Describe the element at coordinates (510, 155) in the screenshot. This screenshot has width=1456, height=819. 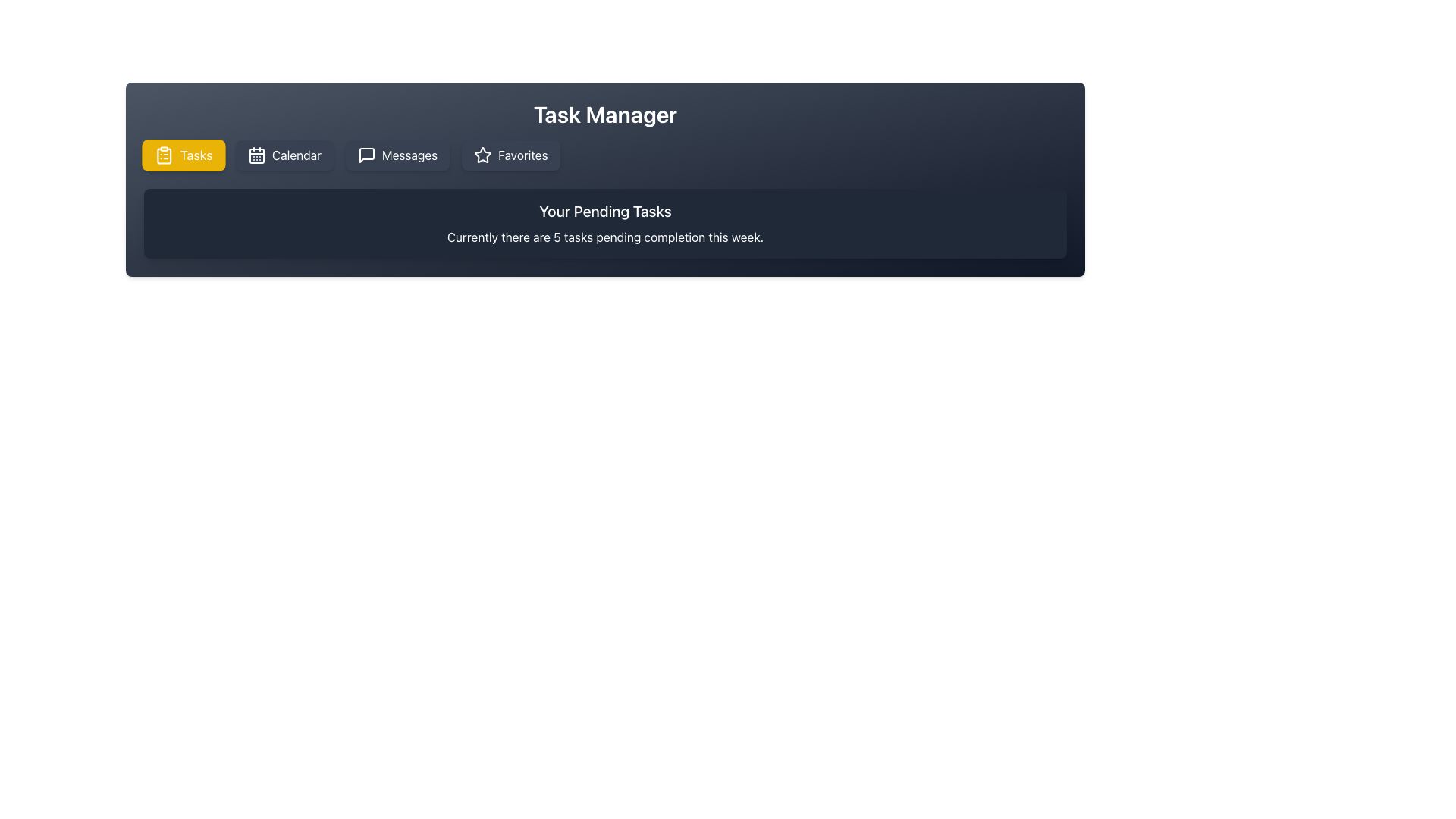
I see `the 'Favorites' button, the fourth button in the navigation row, to activate styling changes` at that location.